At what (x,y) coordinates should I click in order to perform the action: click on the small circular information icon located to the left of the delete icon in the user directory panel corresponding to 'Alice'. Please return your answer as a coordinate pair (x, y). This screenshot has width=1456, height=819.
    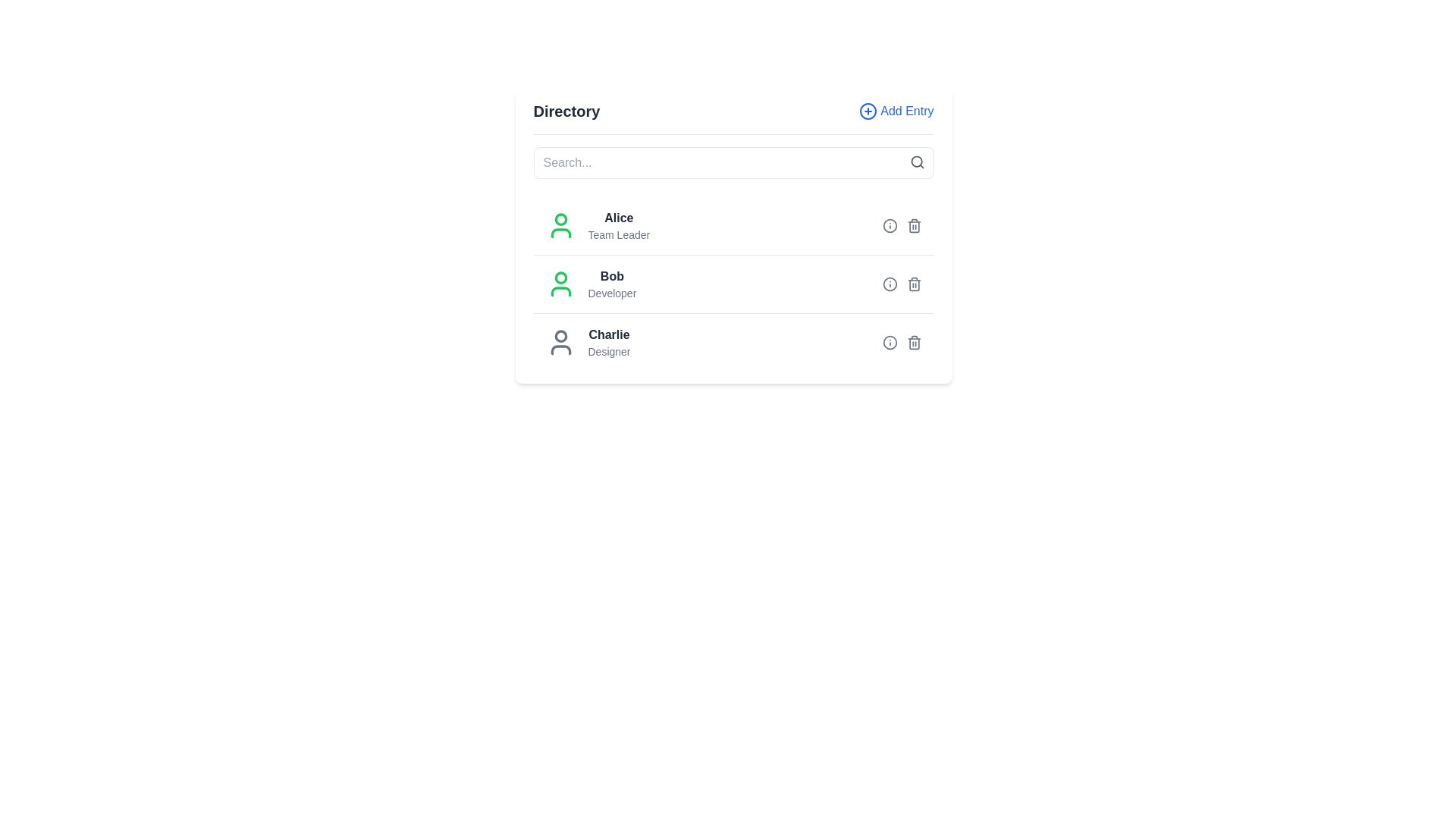
    Looking at the image, I should click on (890, 225).